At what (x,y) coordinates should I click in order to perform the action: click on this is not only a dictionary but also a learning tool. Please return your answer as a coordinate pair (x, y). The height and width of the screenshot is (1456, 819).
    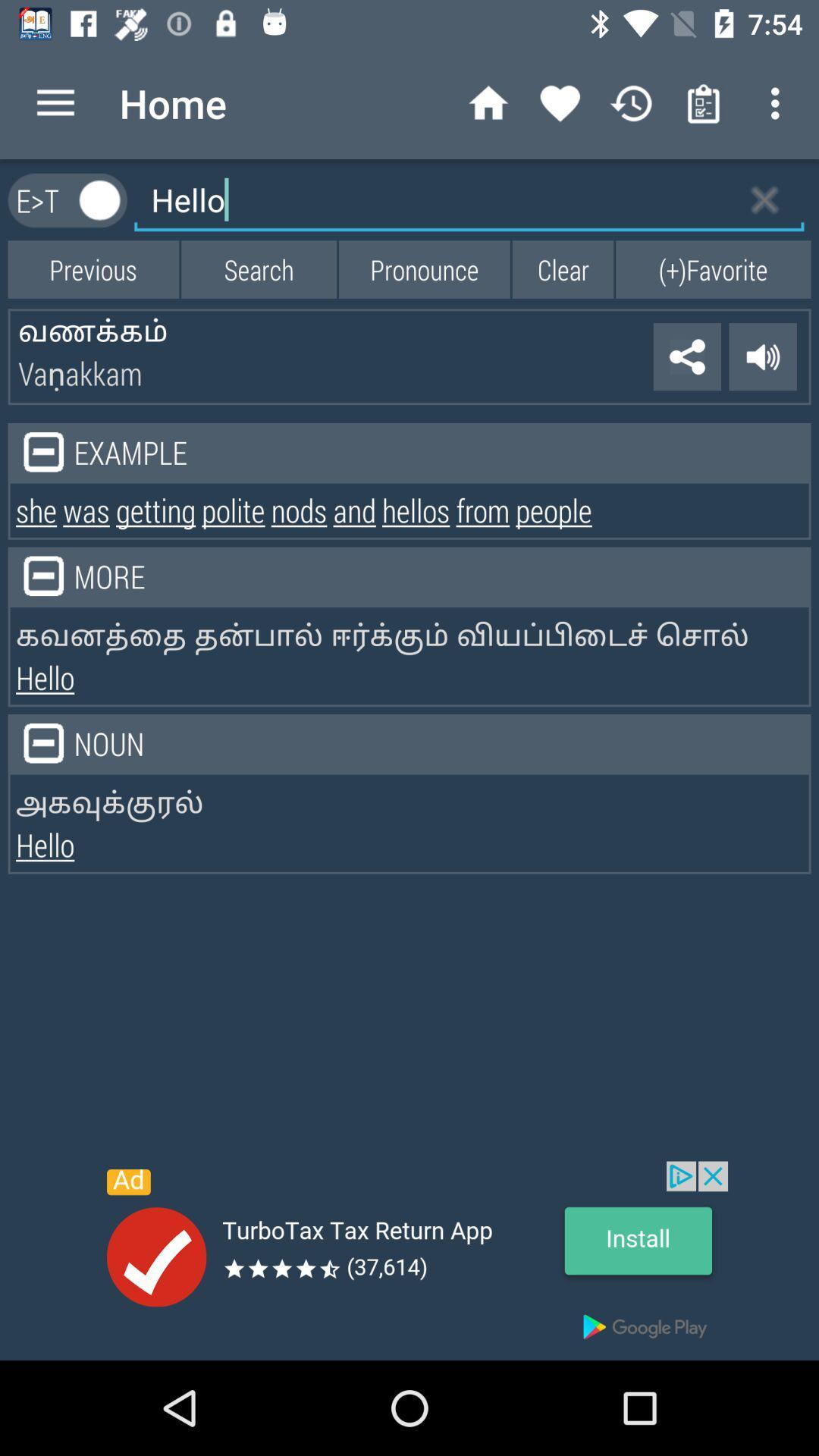
    Looking at the image, I should click on (100, 199).